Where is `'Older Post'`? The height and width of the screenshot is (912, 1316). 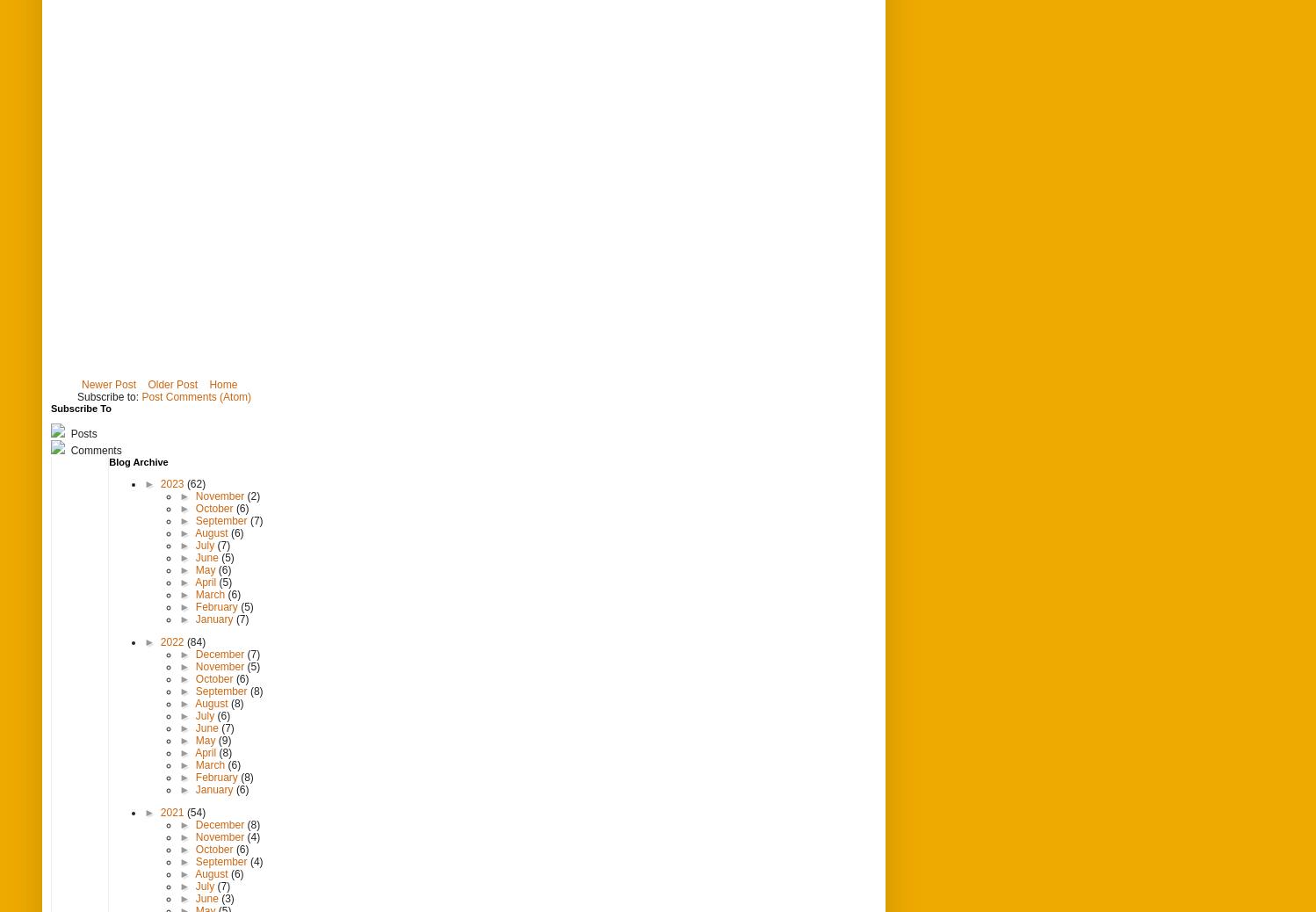
'Older Post' is located at coordinates (171, 383).